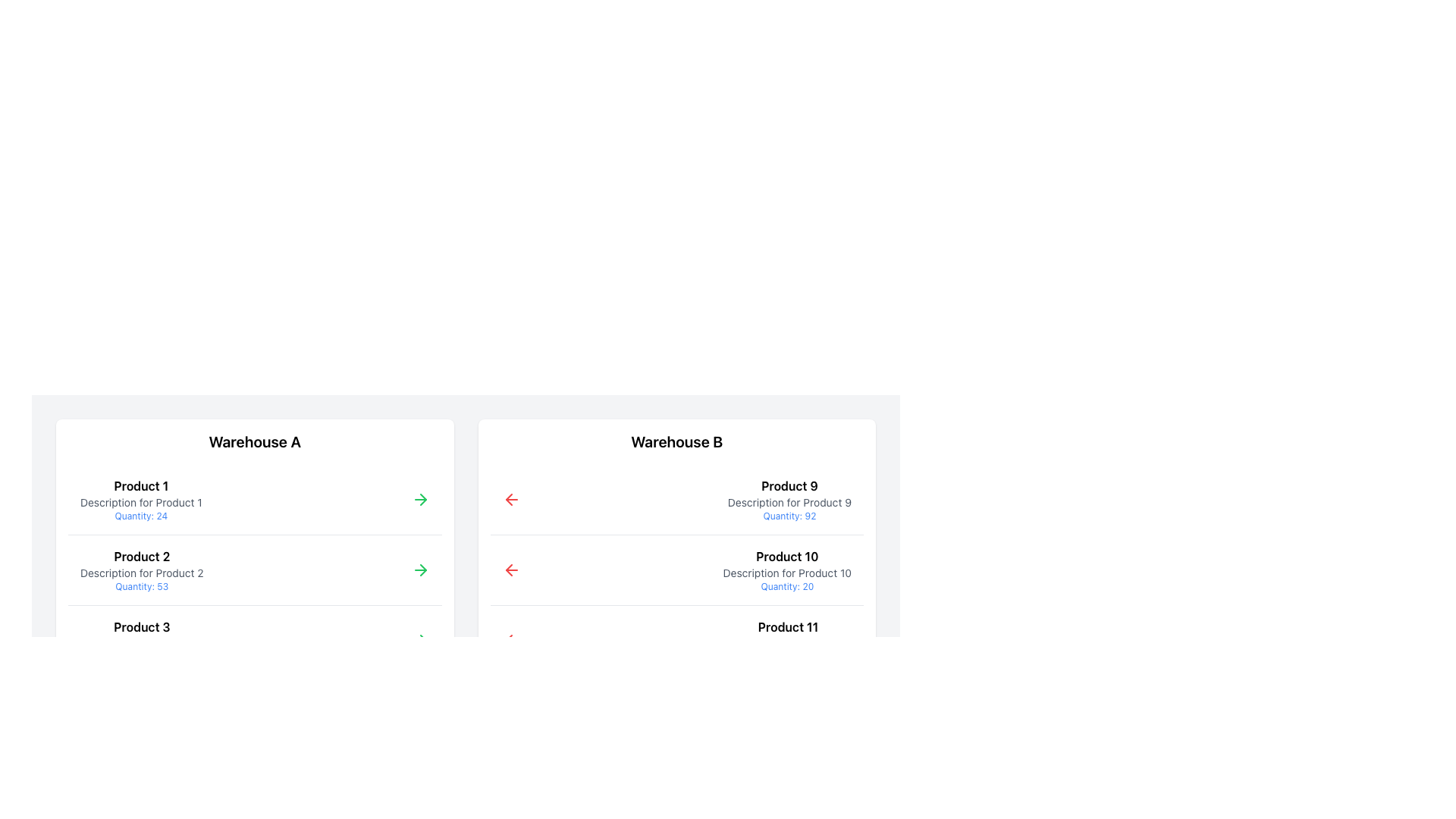  I want to click on the Text Label that identifies a product in the 'Warehouse B' column, positioned above the description and quantity text, so click(787, 556).